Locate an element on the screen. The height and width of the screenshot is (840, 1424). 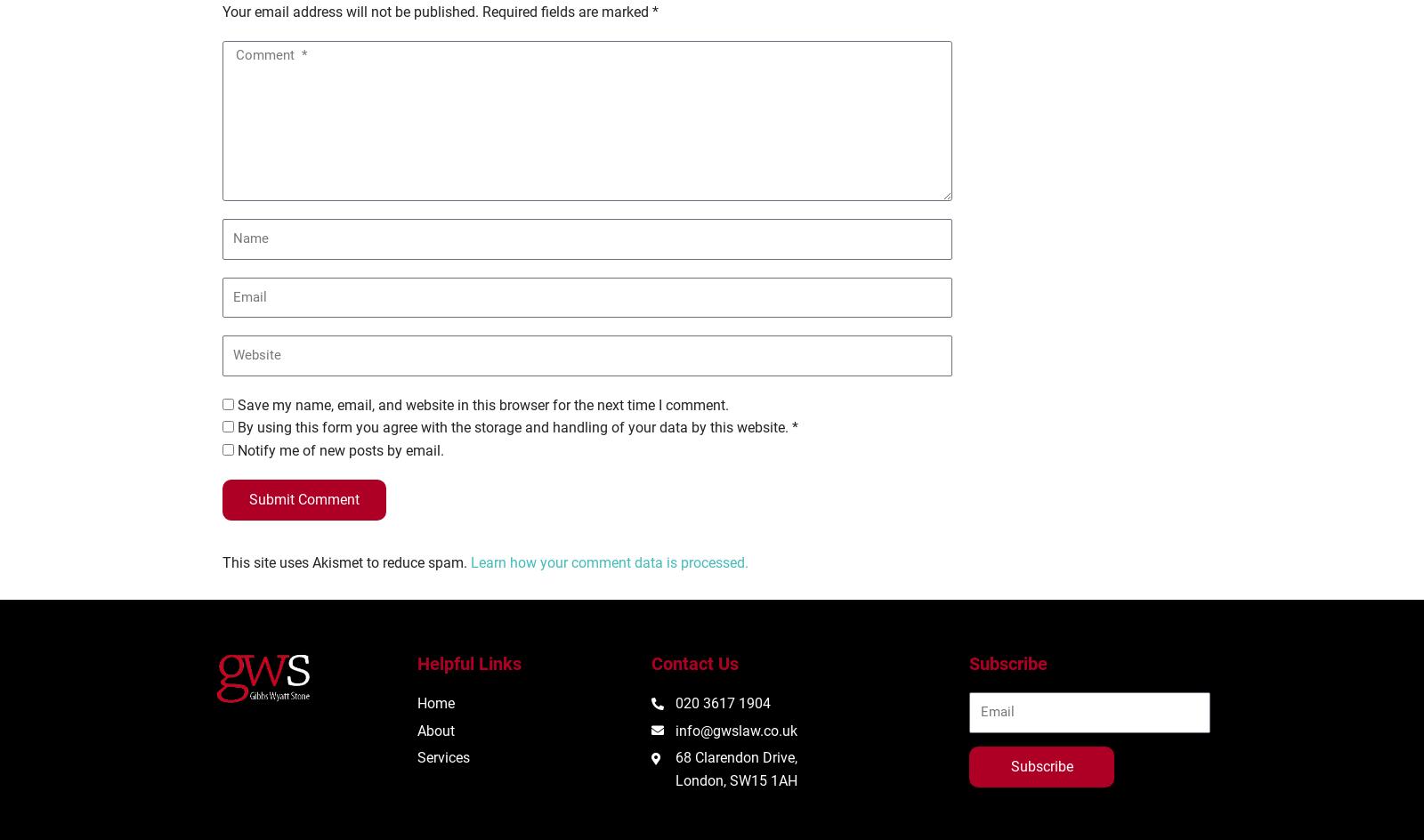
'Your email address will not be published. Required fields are marked *' is located at coordinates (440, 11).